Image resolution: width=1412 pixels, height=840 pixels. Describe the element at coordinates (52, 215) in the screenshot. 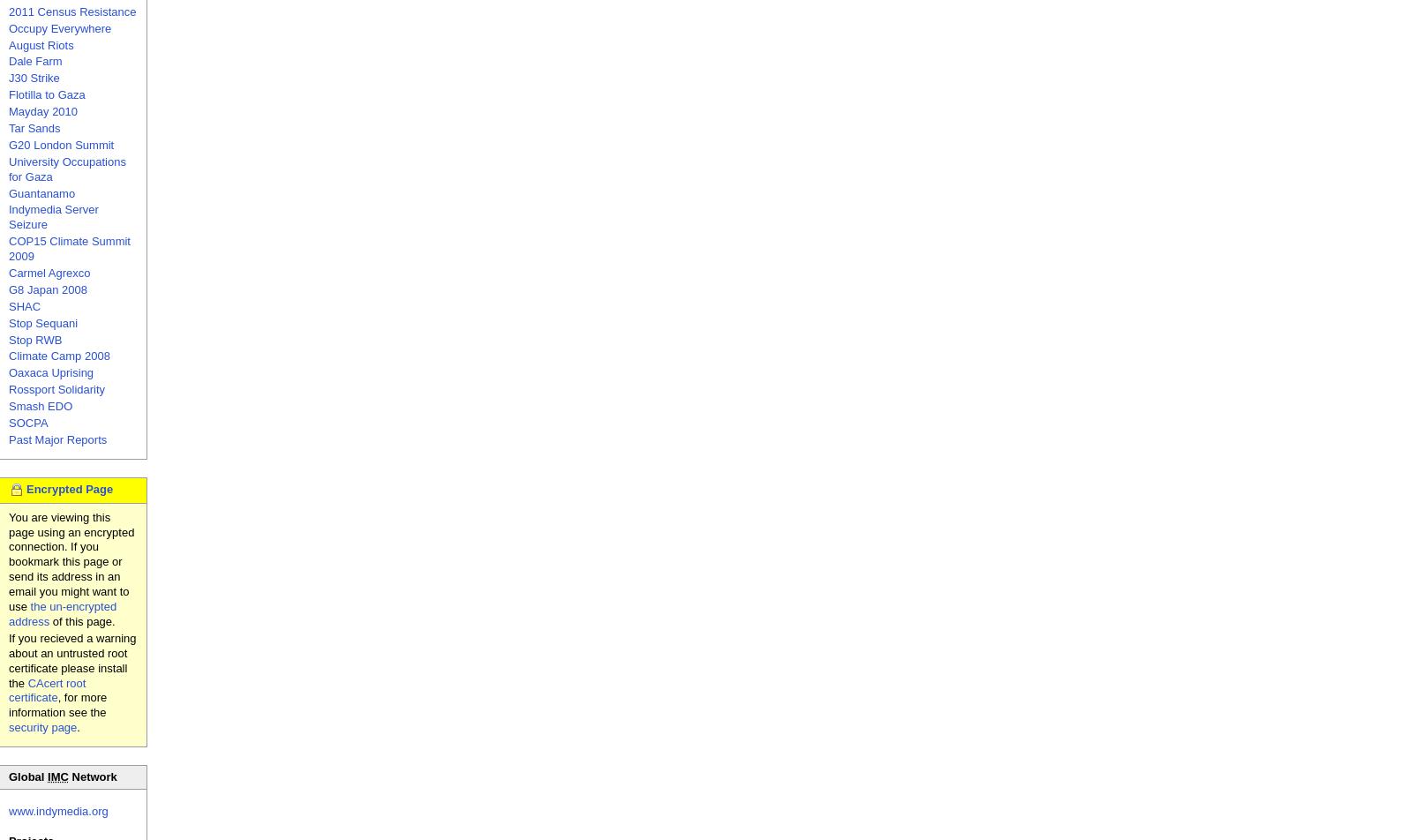

I see `'Indymedia Server Seizure'` at that location.